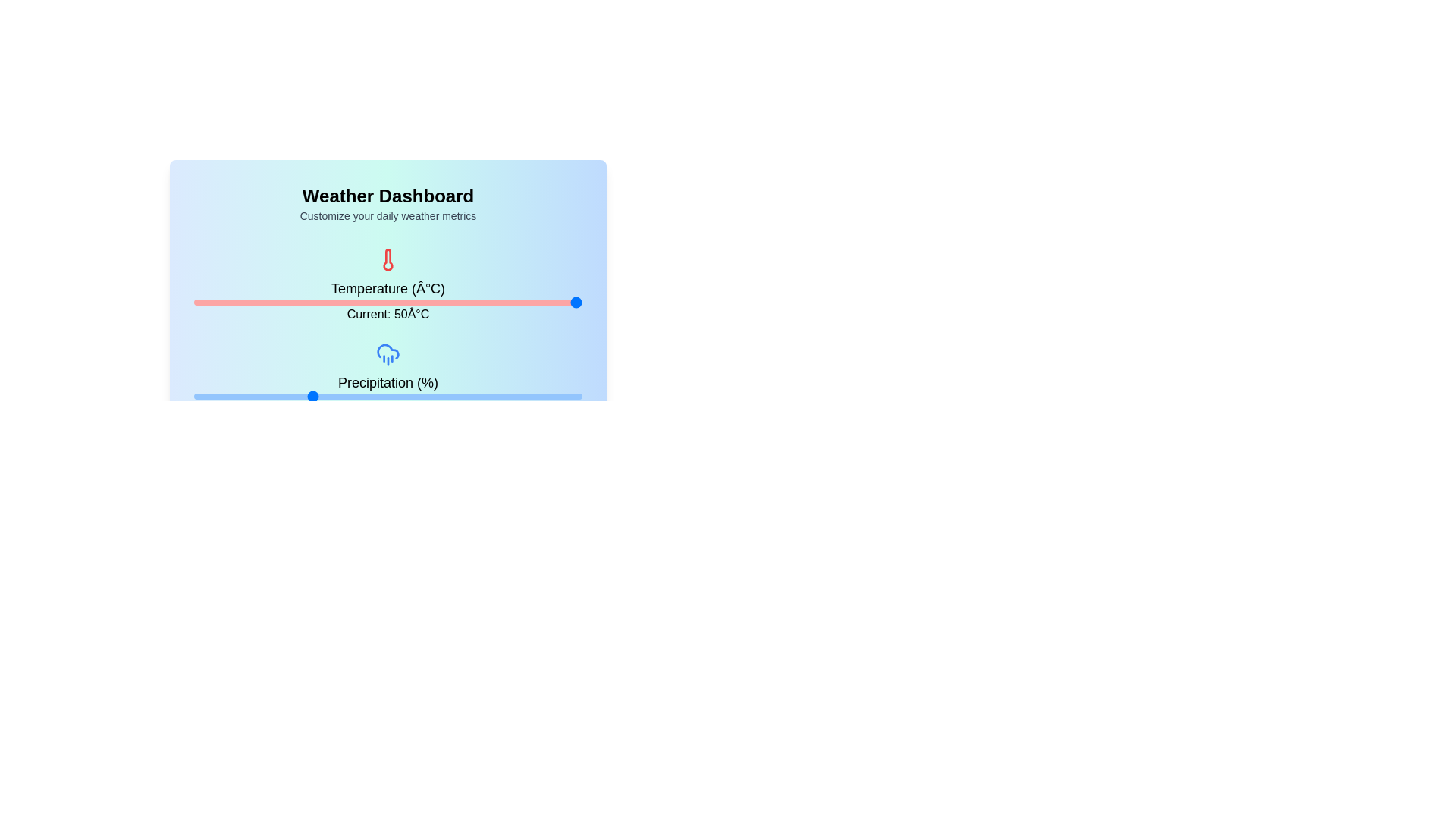 Image resolution: width=1456 pixels, height=819 pixels. Describe the element at coordinates (388, 302) in the screenshot. I see `the thumb of the horizontal range slider input, which is styled with a red filled track` at that location.